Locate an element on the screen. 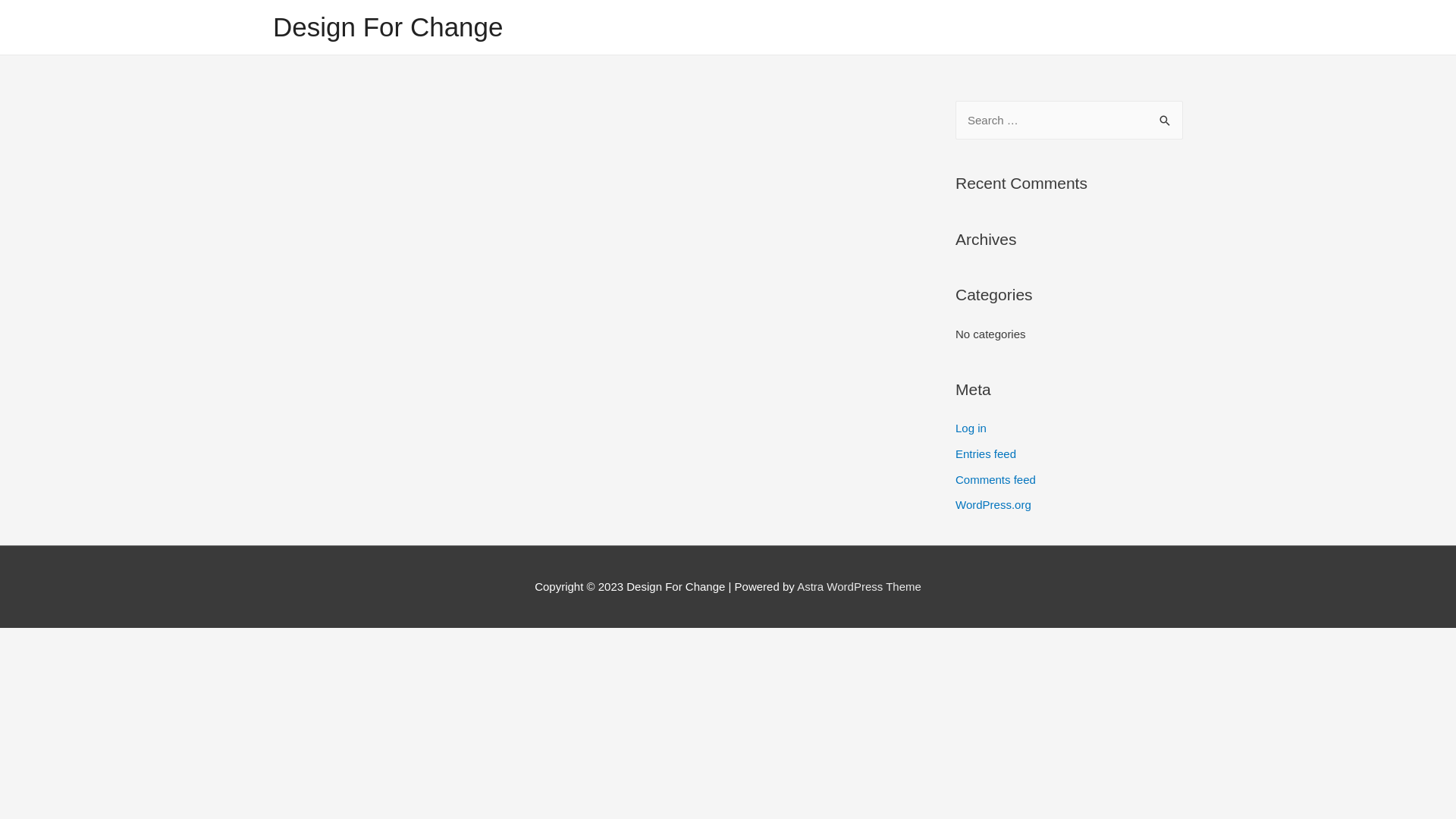 This screenshot has height=819, width=1456. 'Comments feed' is located at coordinates (996, 479).